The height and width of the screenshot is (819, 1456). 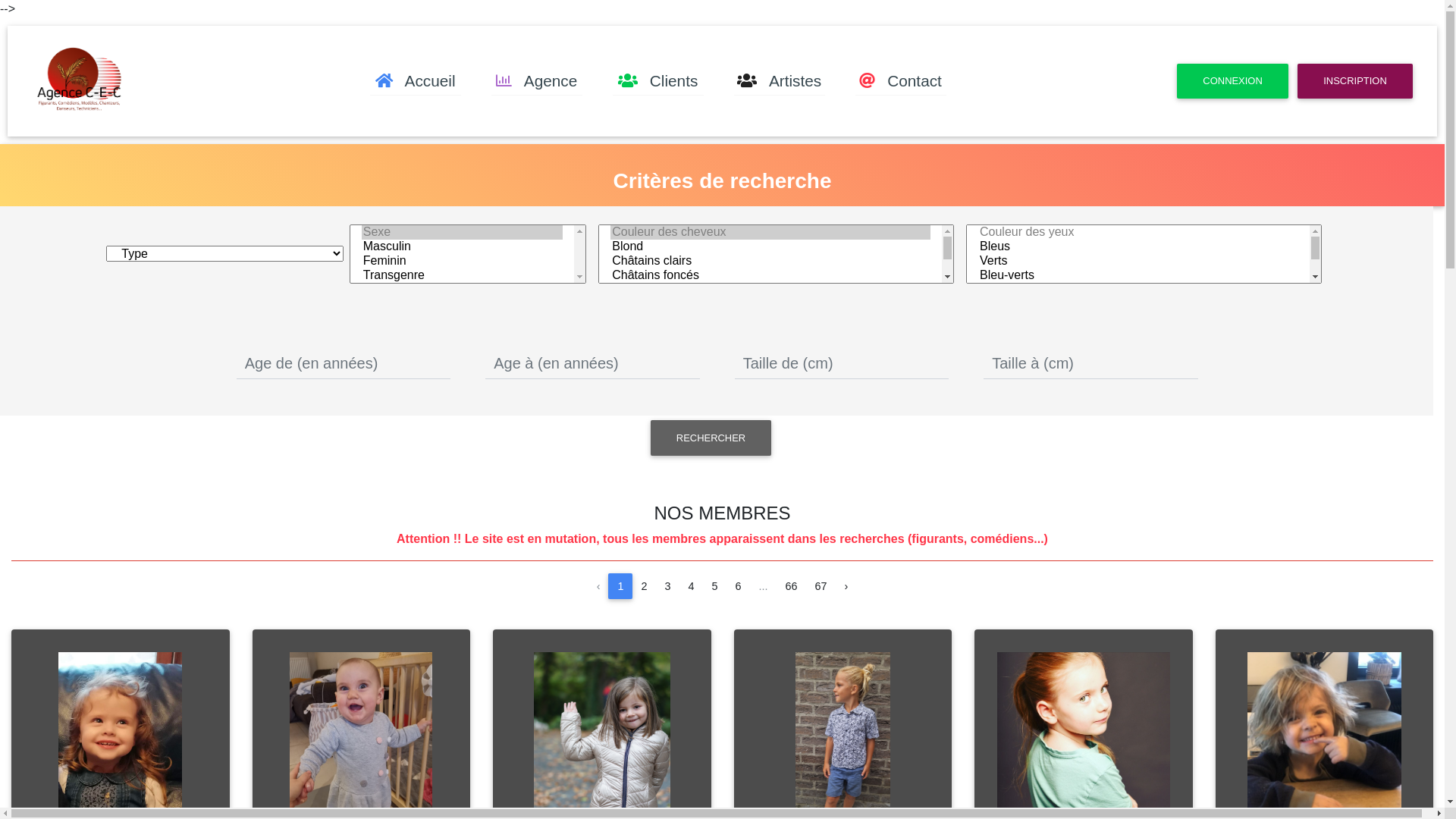 What do you see at coordinates (1296, 81) in the screenshot?
I see `'INSCRIPTION'` at bounding box center [1296, 81].